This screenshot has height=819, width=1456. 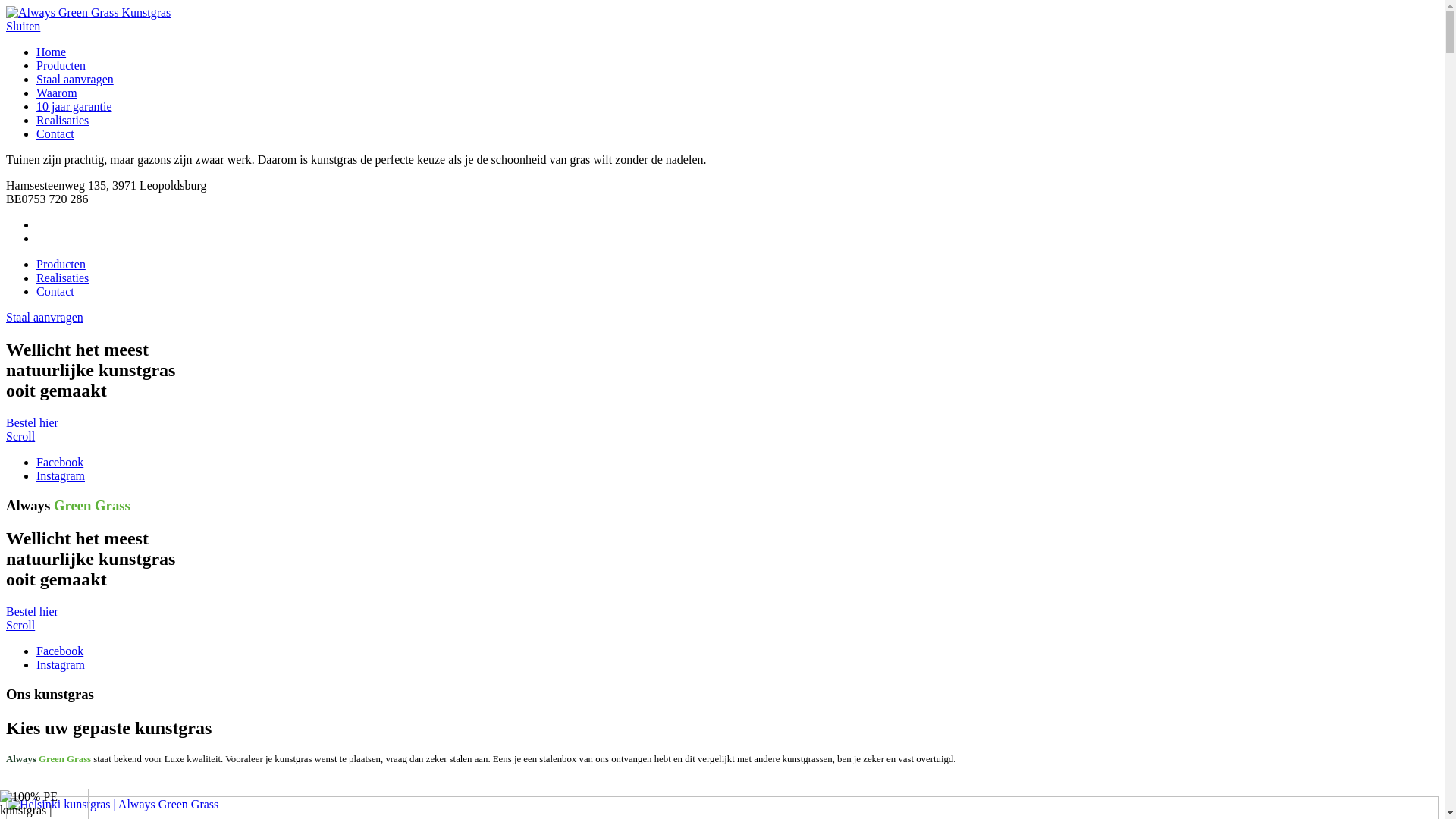 What do you see at coordinates (61, 119) in the screenshot?
I see `'Realisaties'` at bounding box center [61, 119].